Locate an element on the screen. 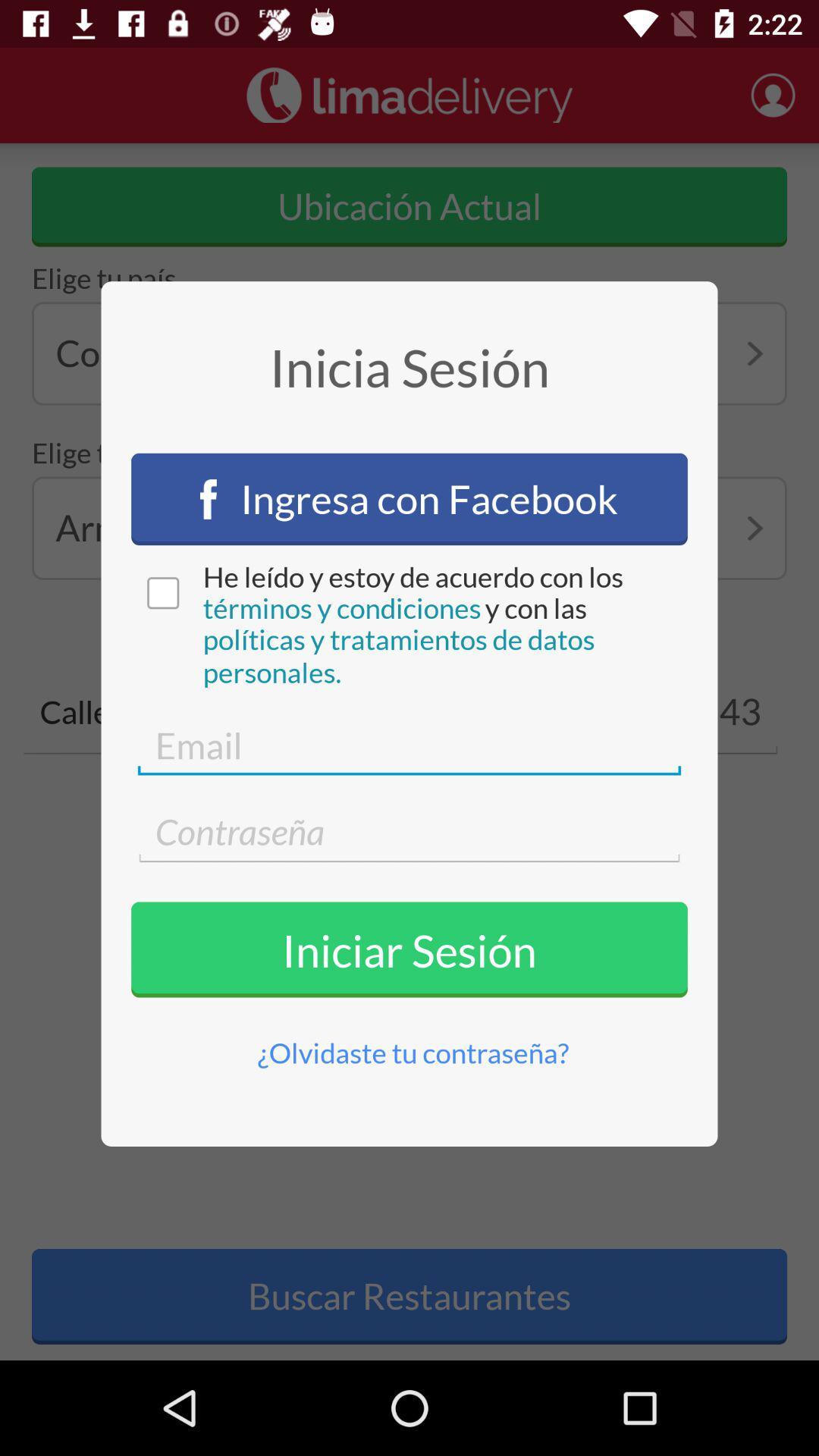 The height and width of the screenshot is (1456, 819). the icon next to the y con las is located at coordinates (342, 608).